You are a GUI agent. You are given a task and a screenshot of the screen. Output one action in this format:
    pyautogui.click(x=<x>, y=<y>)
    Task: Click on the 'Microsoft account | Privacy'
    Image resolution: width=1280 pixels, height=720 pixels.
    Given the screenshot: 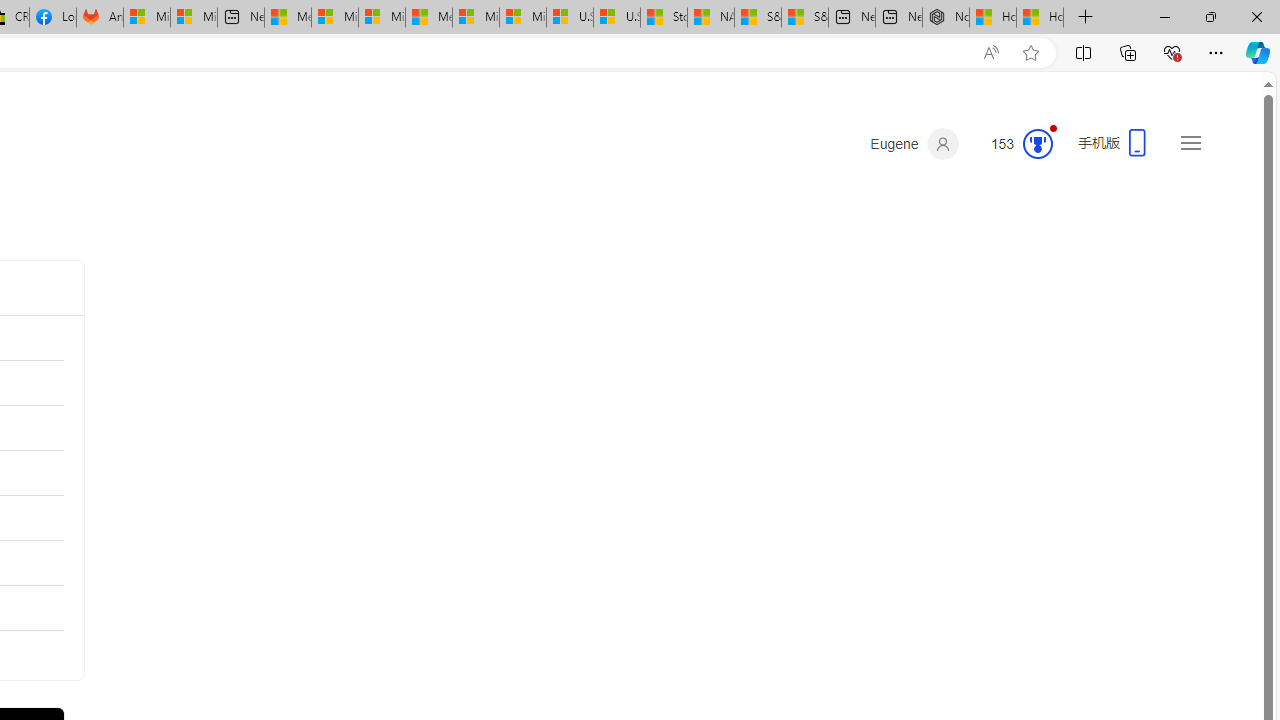 What is the action you would take?
    pyautogui.click(x=335, y=17)
    